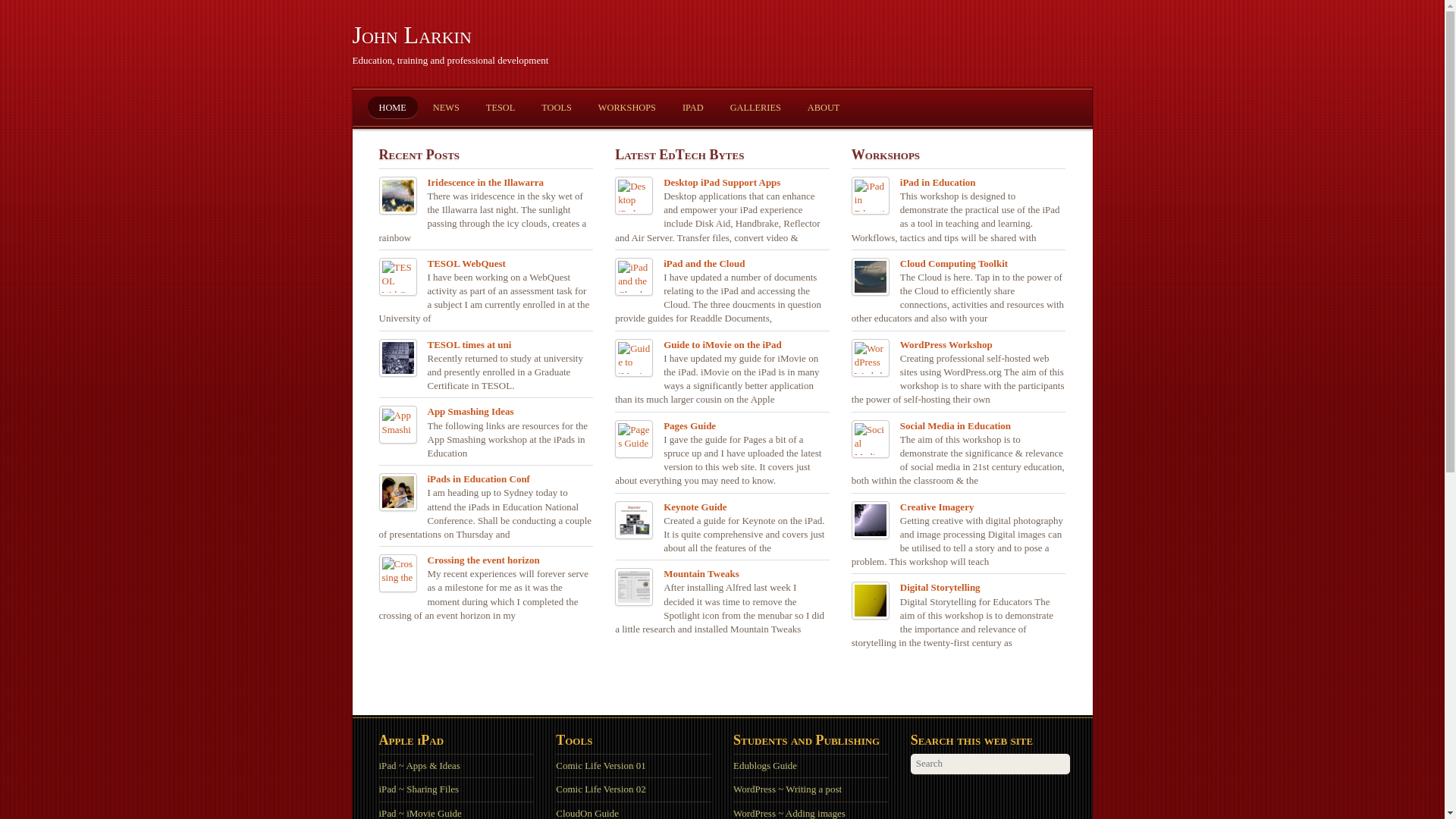  I want to click on 'ABOUT', so click(823, 107).